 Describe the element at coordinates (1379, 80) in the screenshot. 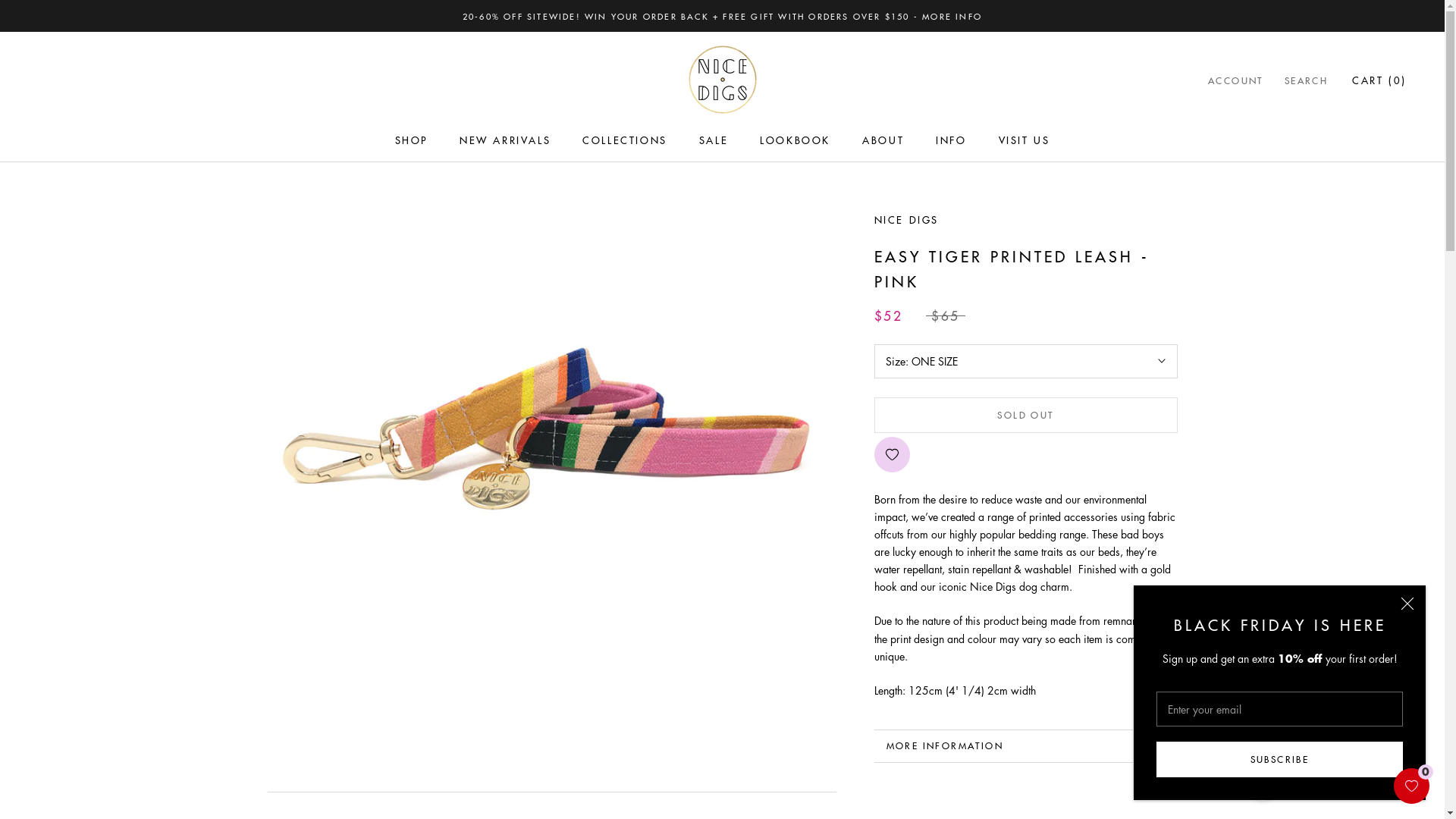

I see `'CART (0)'` at that location.